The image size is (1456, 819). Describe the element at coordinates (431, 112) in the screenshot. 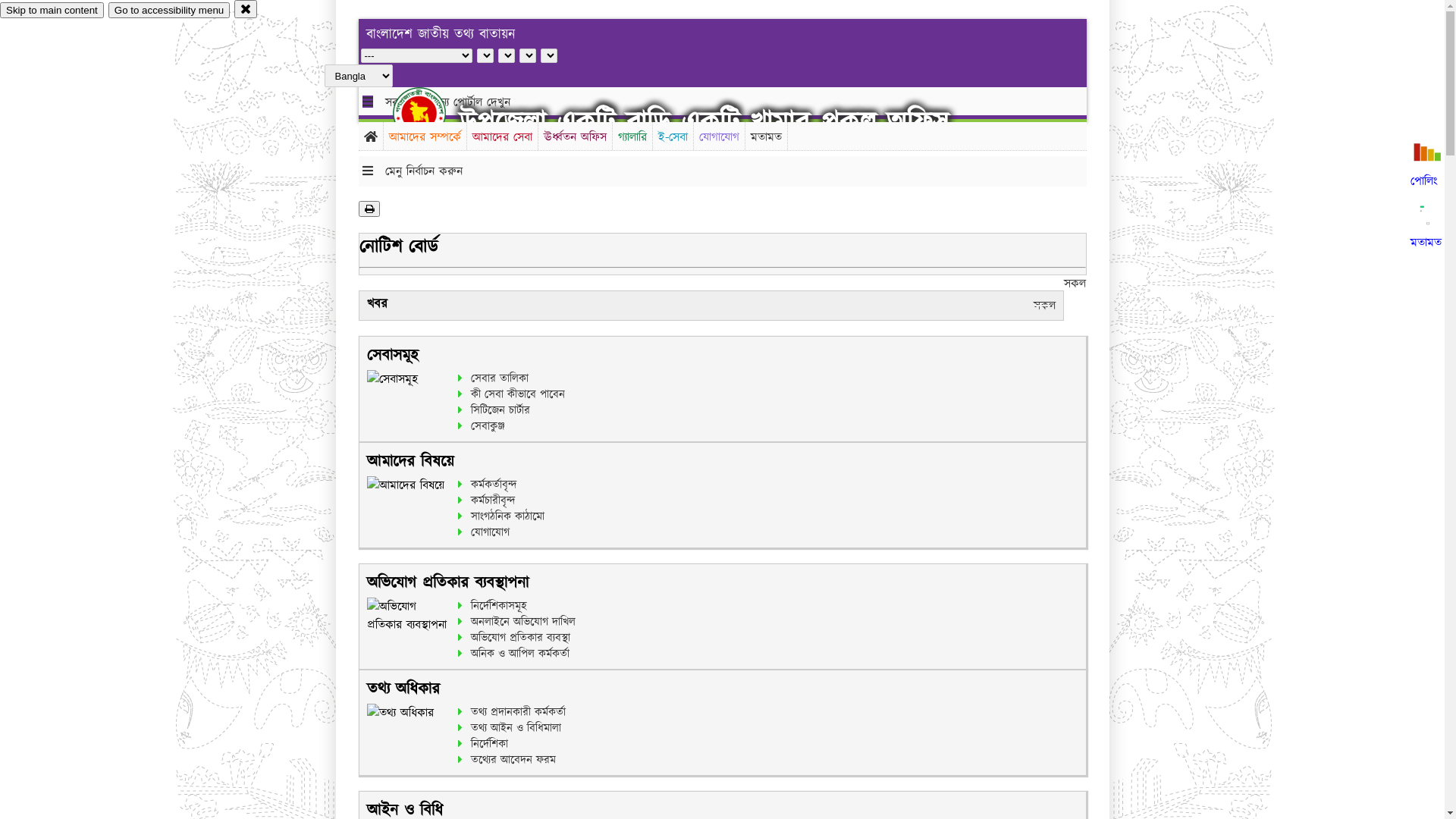

I see `'` at that location.